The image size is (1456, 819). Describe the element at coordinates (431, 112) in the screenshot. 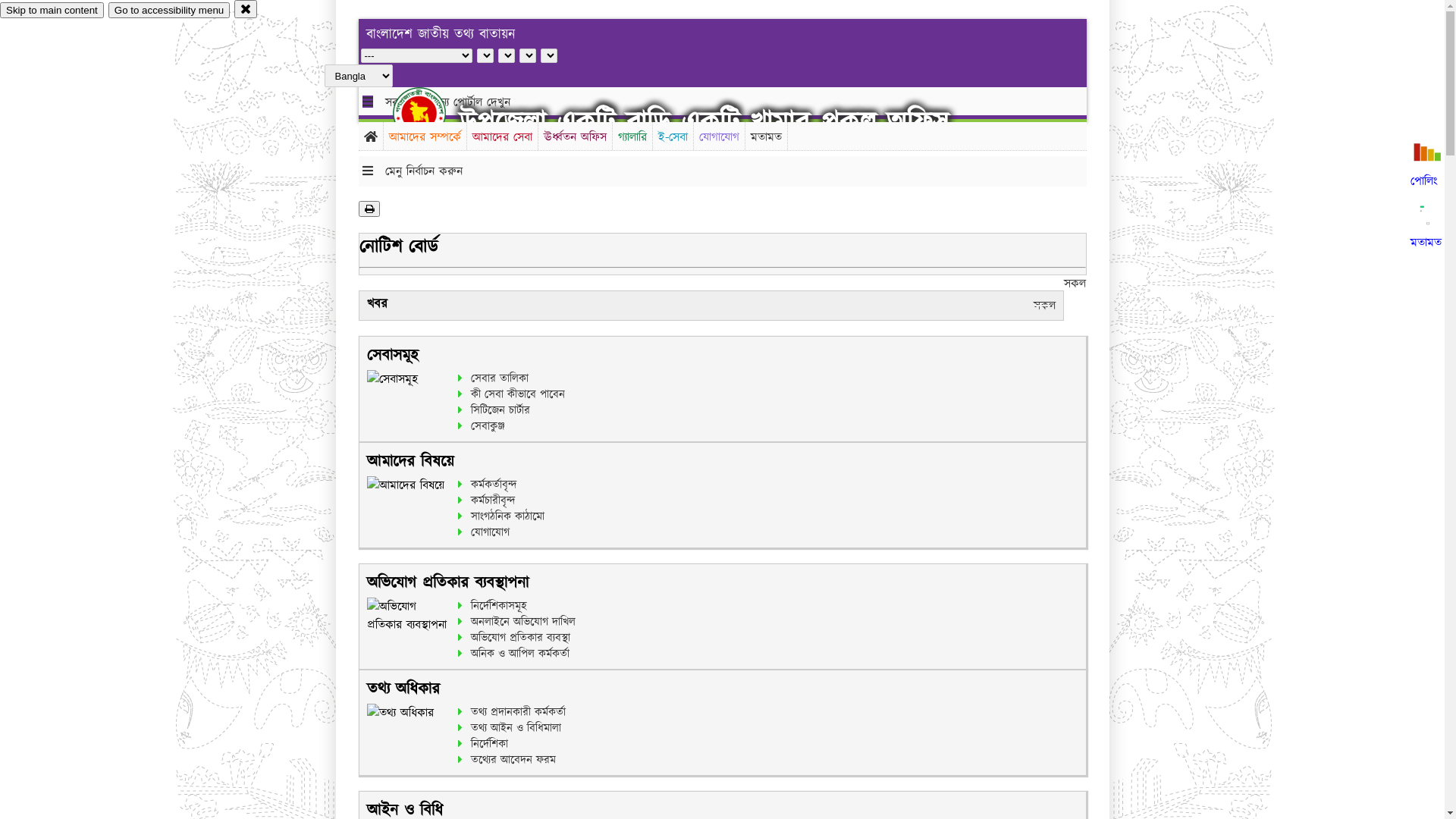

I see `'` at that location.